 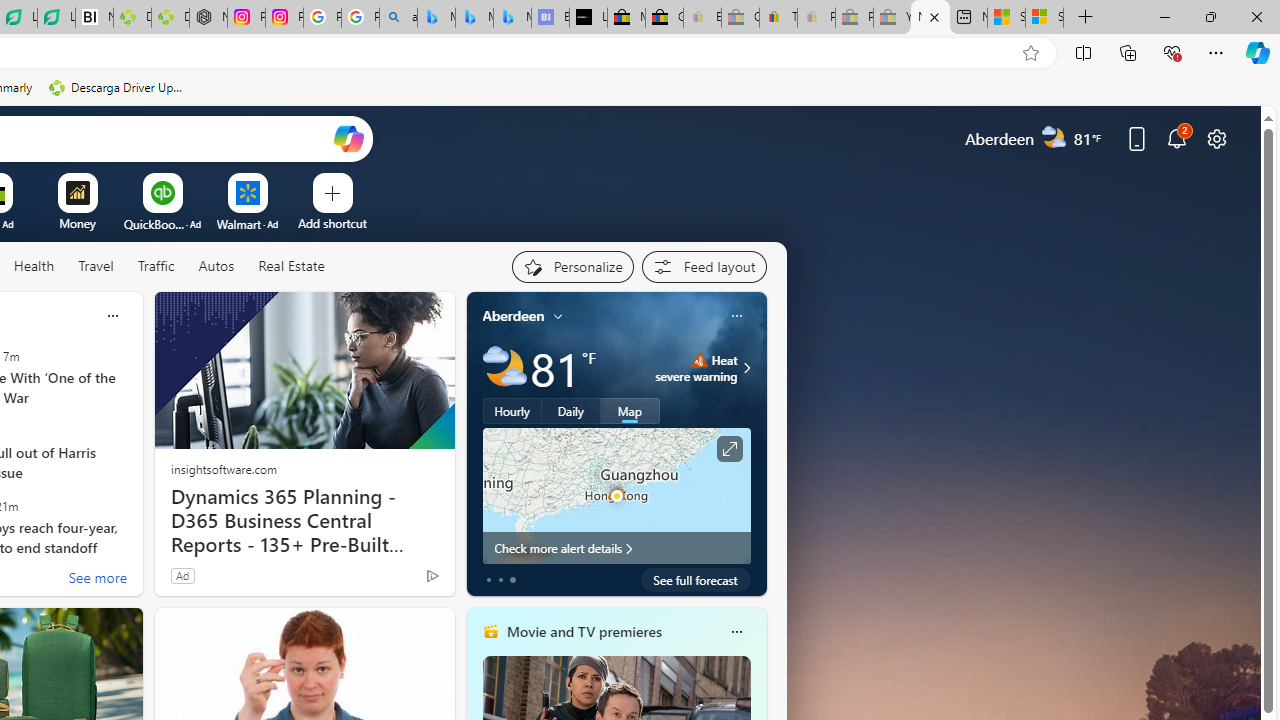 I want to click on 'Traffic', so click(x=155, y=266).